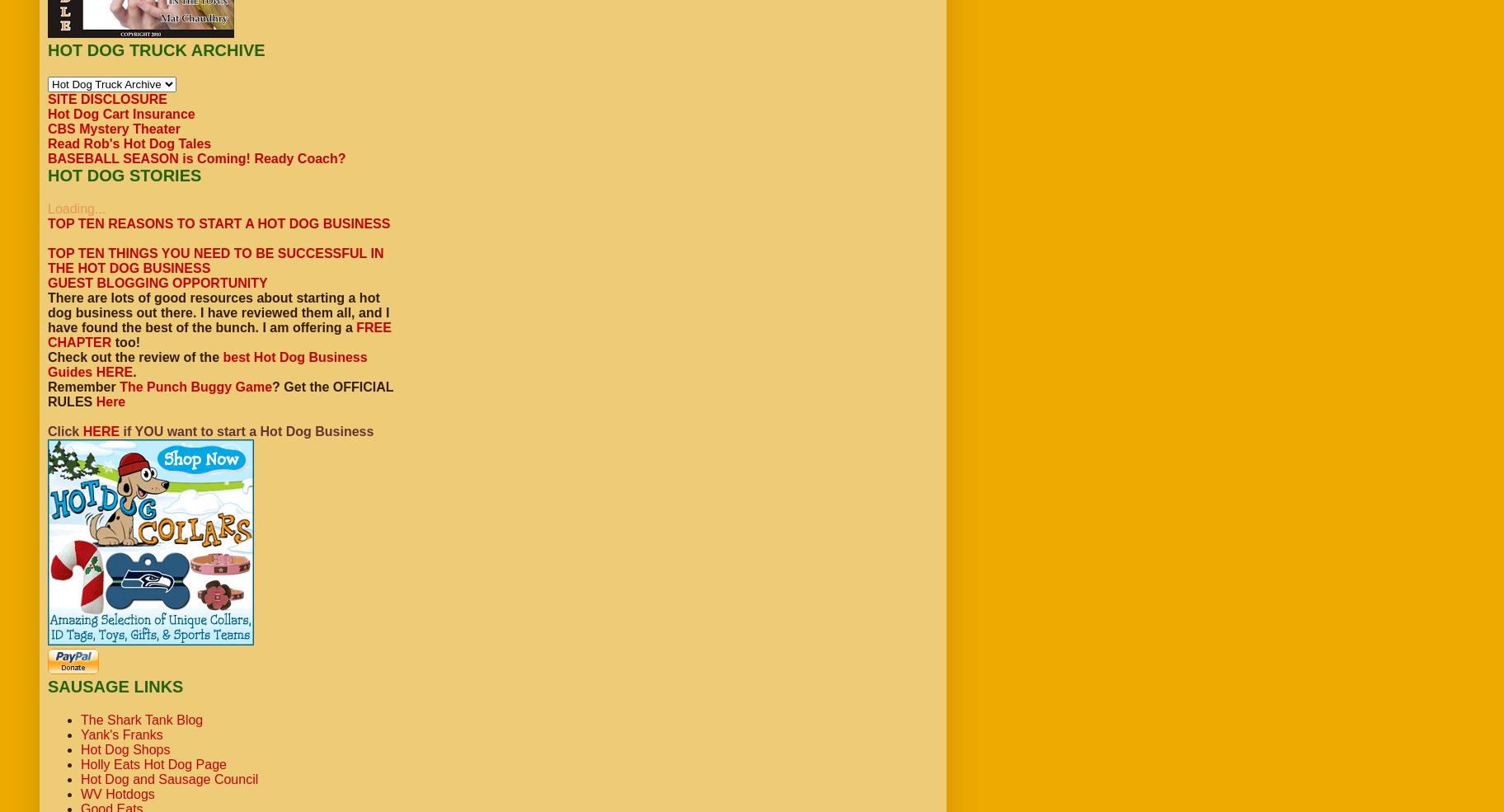  Describe the element at coordinates (124, 174) in the screenshot. I see `'Hot Dog Stories'` at that location.